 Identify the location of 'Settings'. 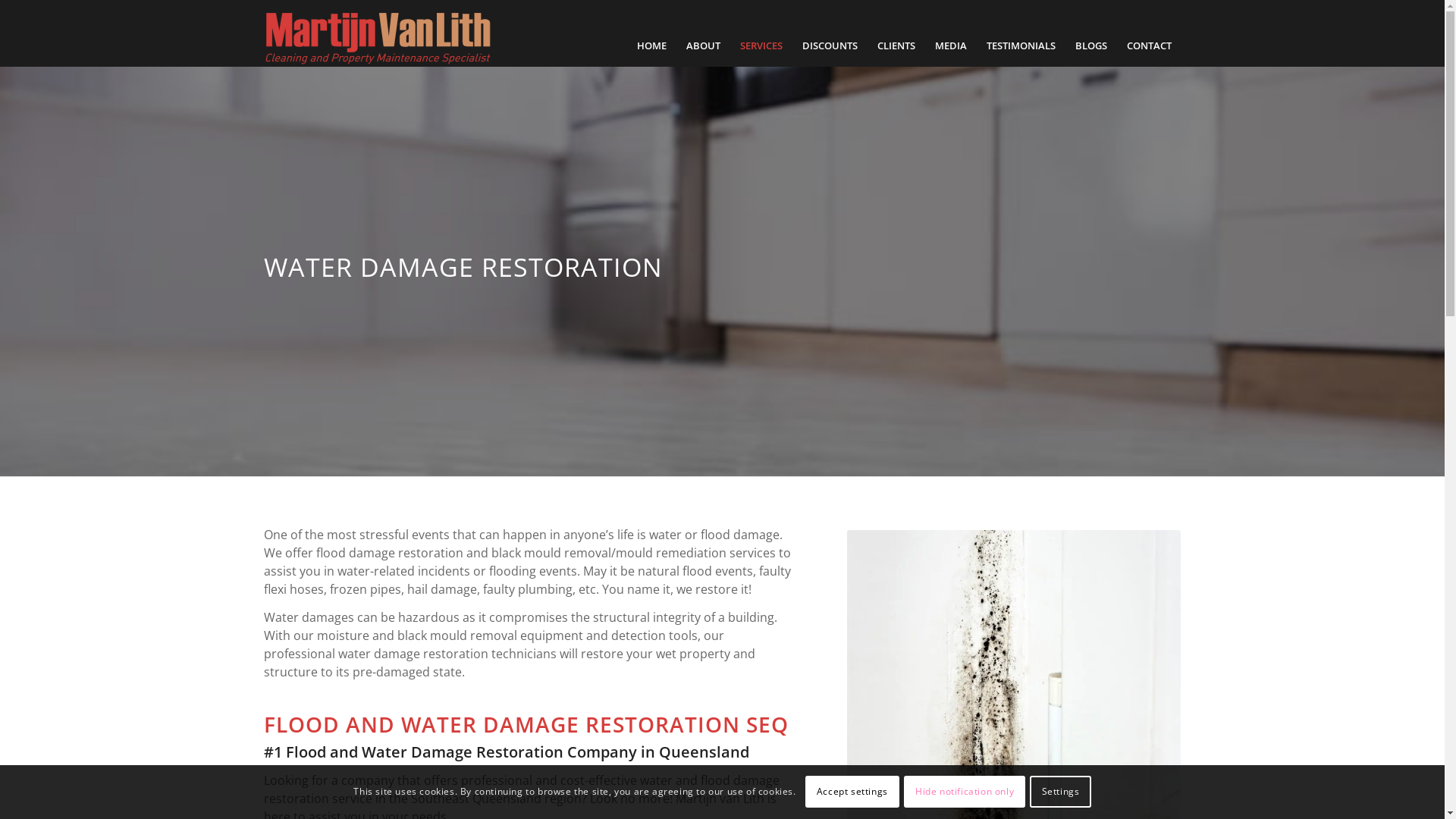
(1030, 791).